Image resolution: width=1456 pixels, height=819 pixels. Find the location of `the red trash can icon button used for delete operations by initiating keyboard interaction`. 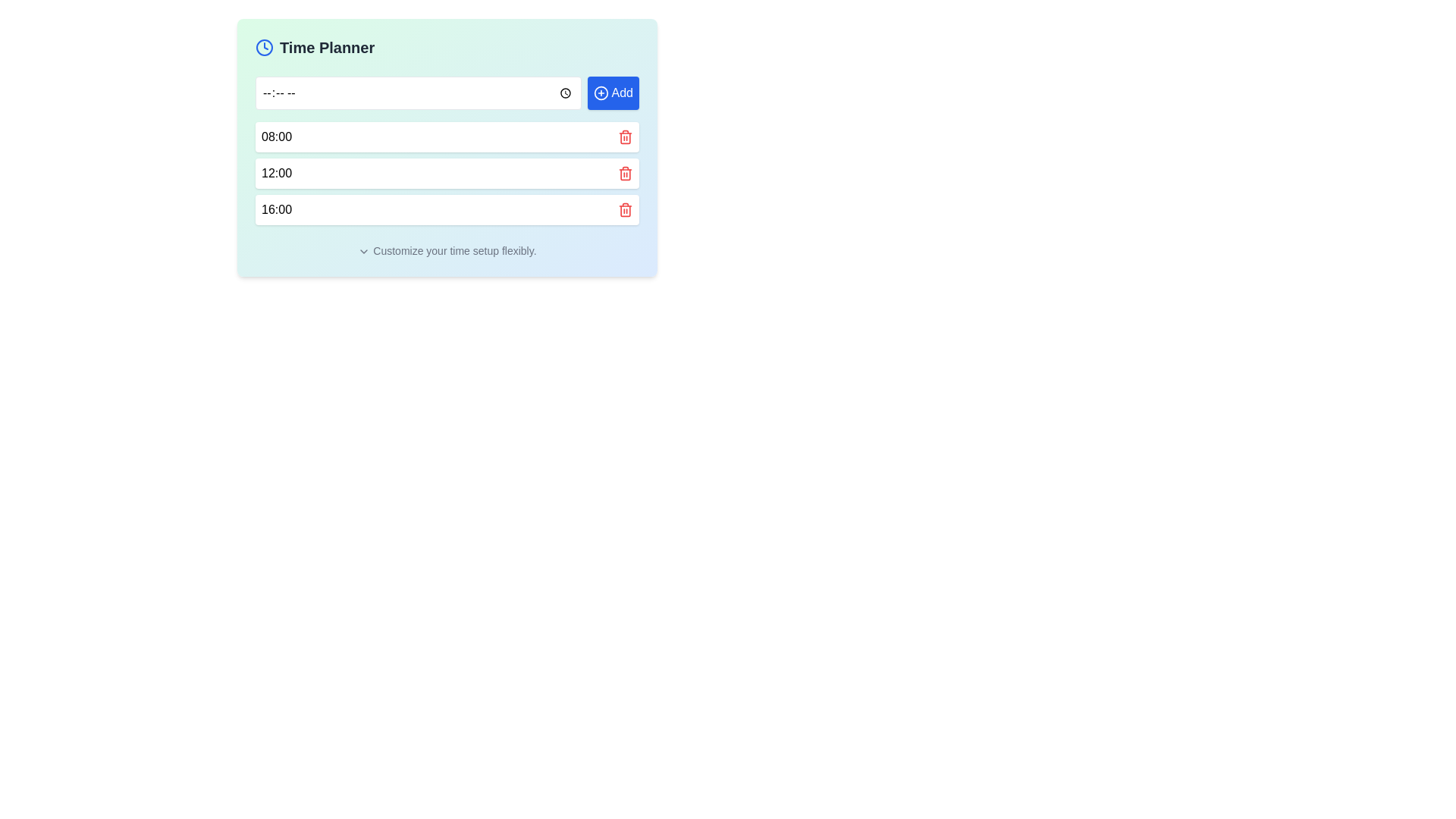

the red trash can icon button used for delete operations by initiating keyboard interaction is located at coordinates (626, 172).